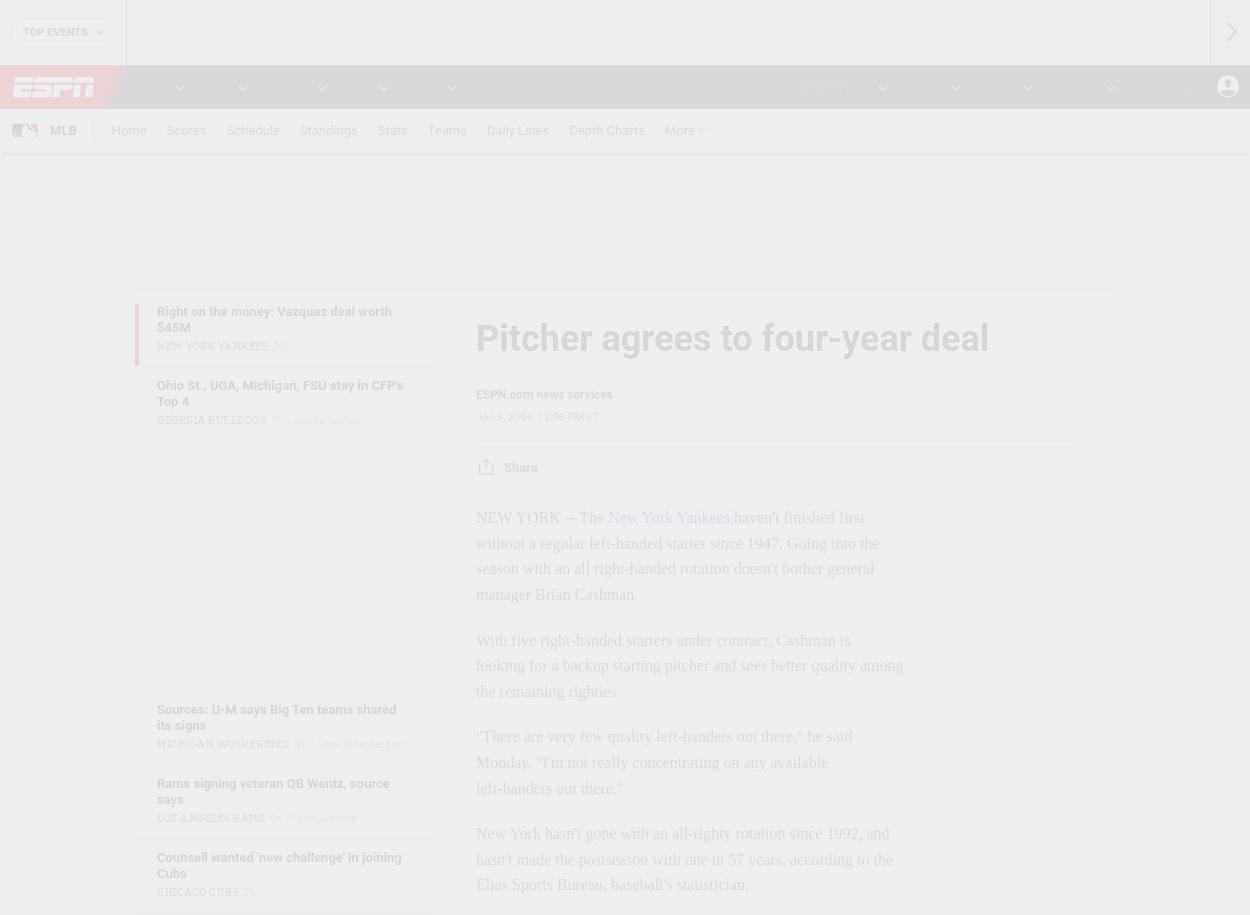 This screenshot has width=1250, height=915. Describe the element at coordinates (520, 465) in the screenshot. I see `'Share'` at that location.